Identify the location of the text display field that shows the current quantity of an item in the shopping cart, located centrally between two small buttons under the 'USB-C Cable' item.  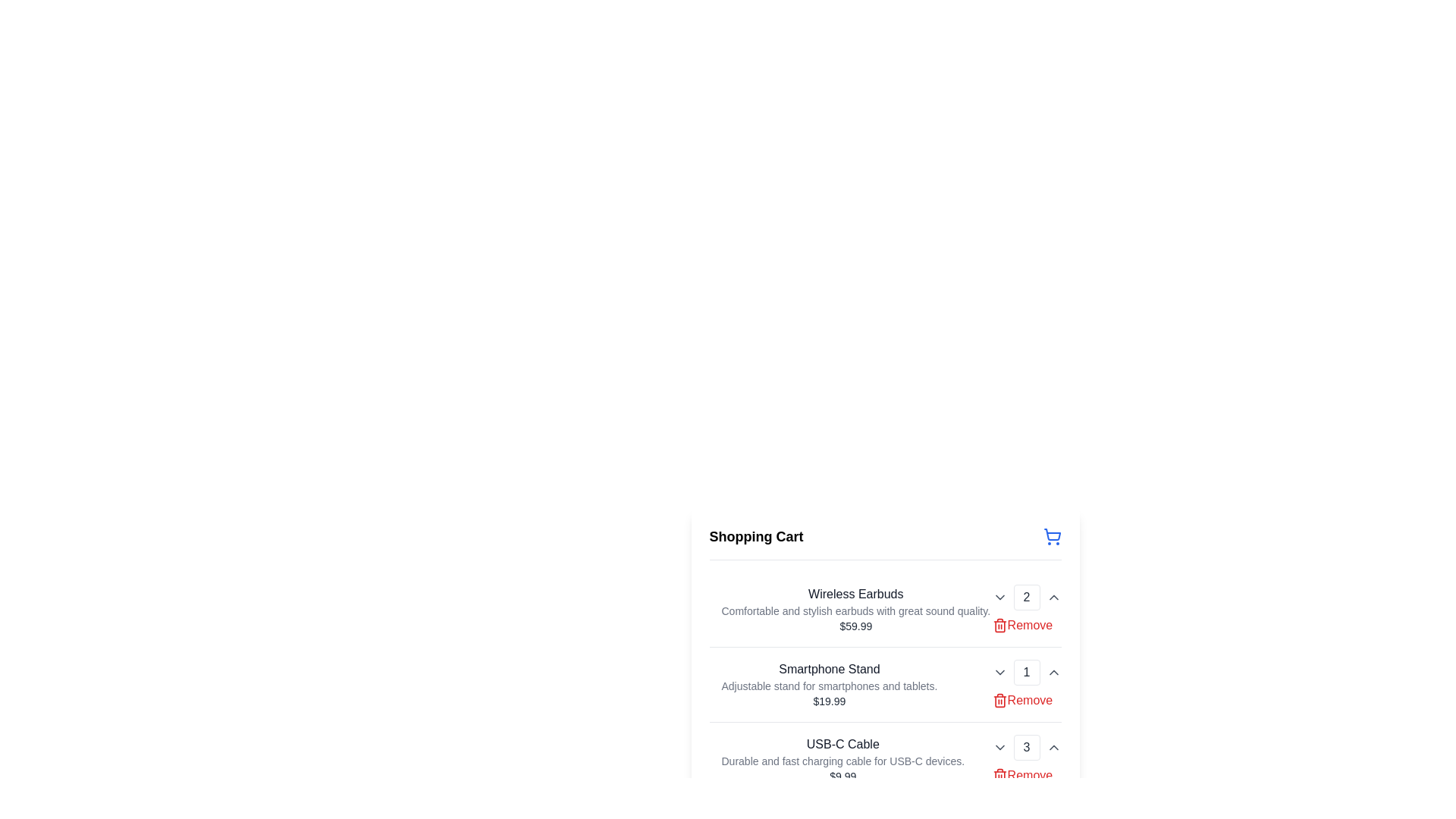
(1026, 747).